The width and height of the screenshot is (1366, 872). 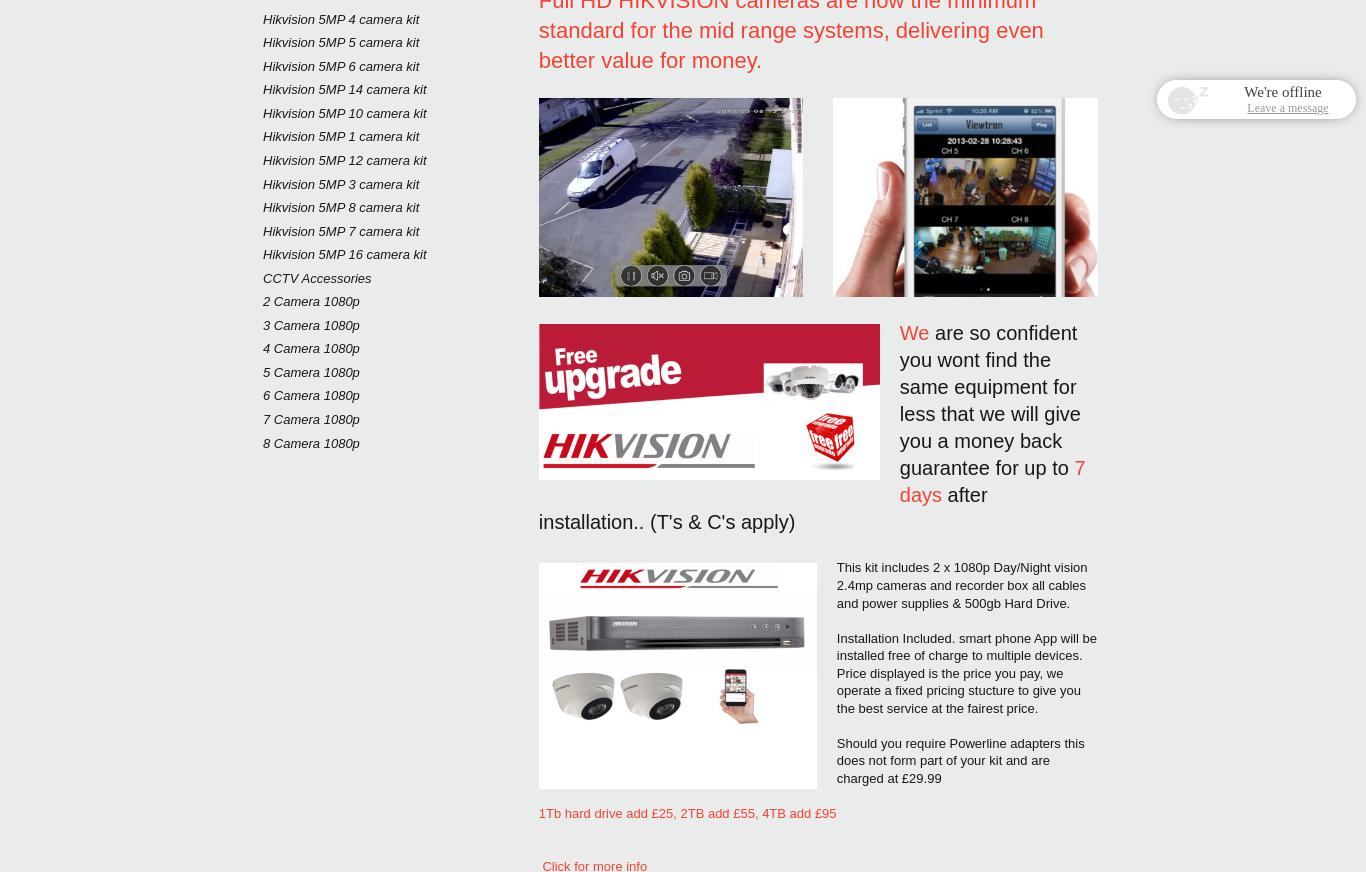 What do you see at coordinates (311, 348) in the screenshot?
I see `'4 Camera 1080p'` at bounding box center [311, 348].